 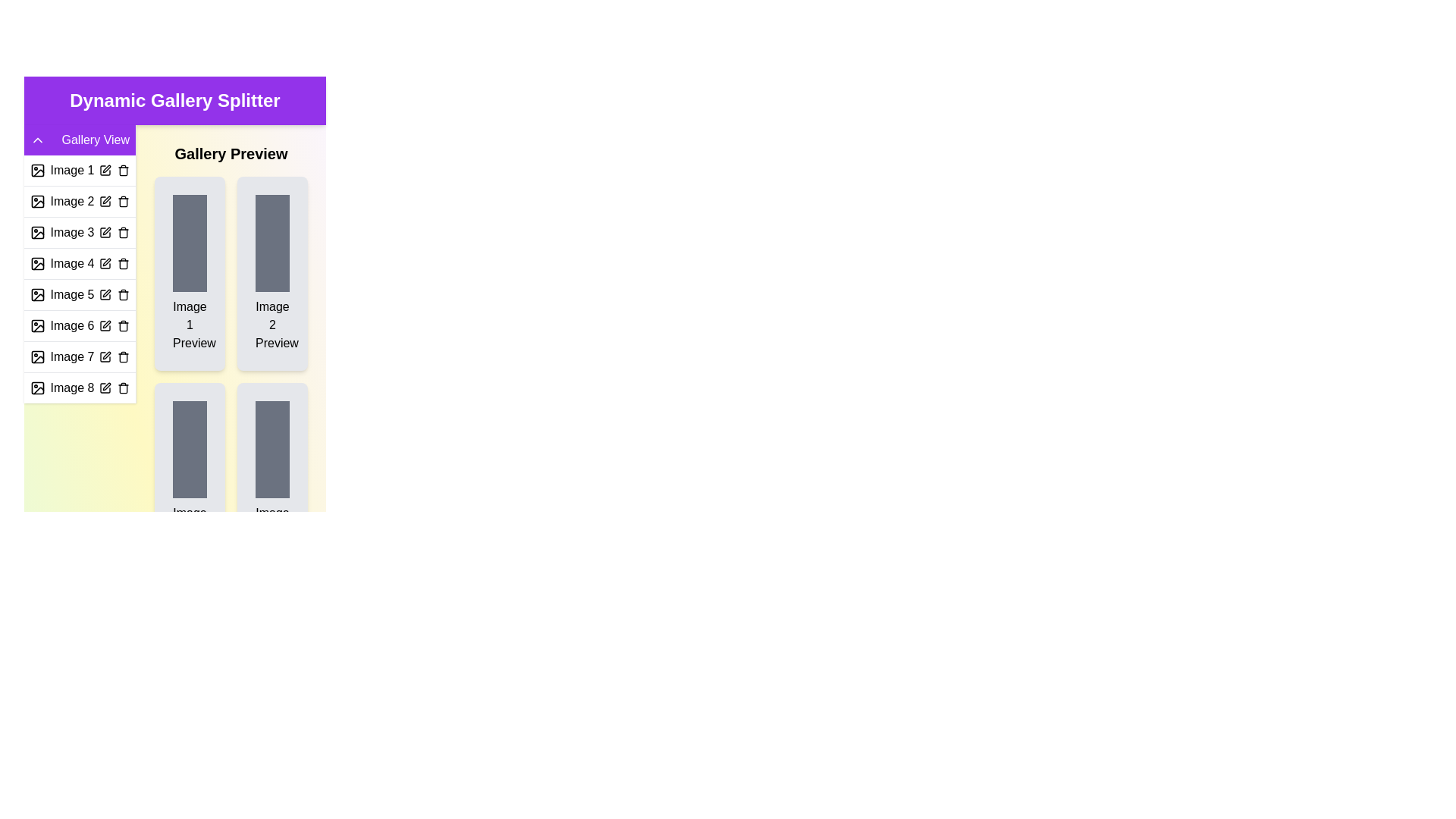 I want to click on the fourth image entry in the gallery list, so click(x=79, y=279).